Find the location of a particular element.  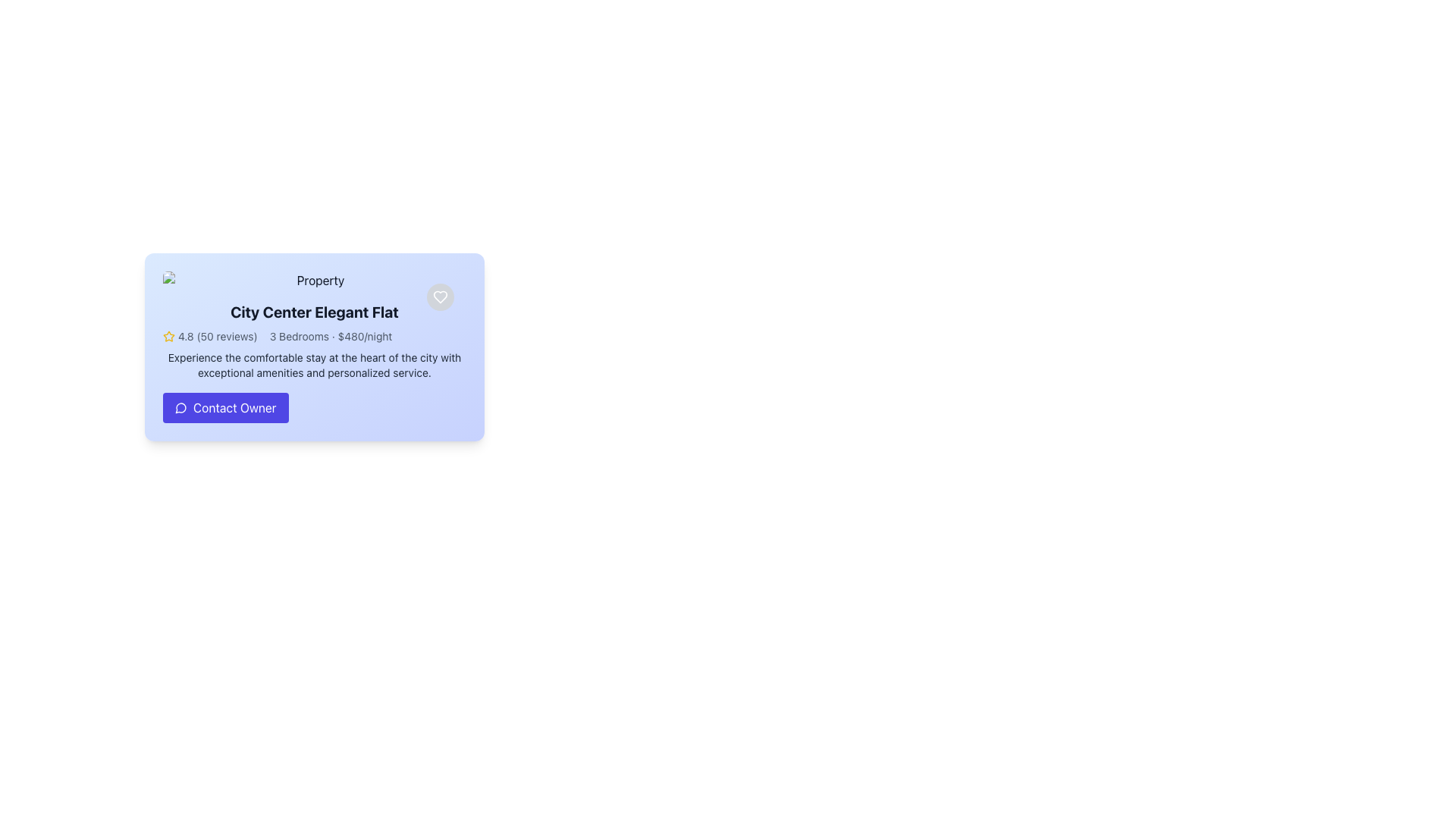

textual content that describes the 'City Center Elegant Flat', which is styled in a smaller gray font and contains the message about the comfortable stay and amenities is located at coordinates (313, 366).